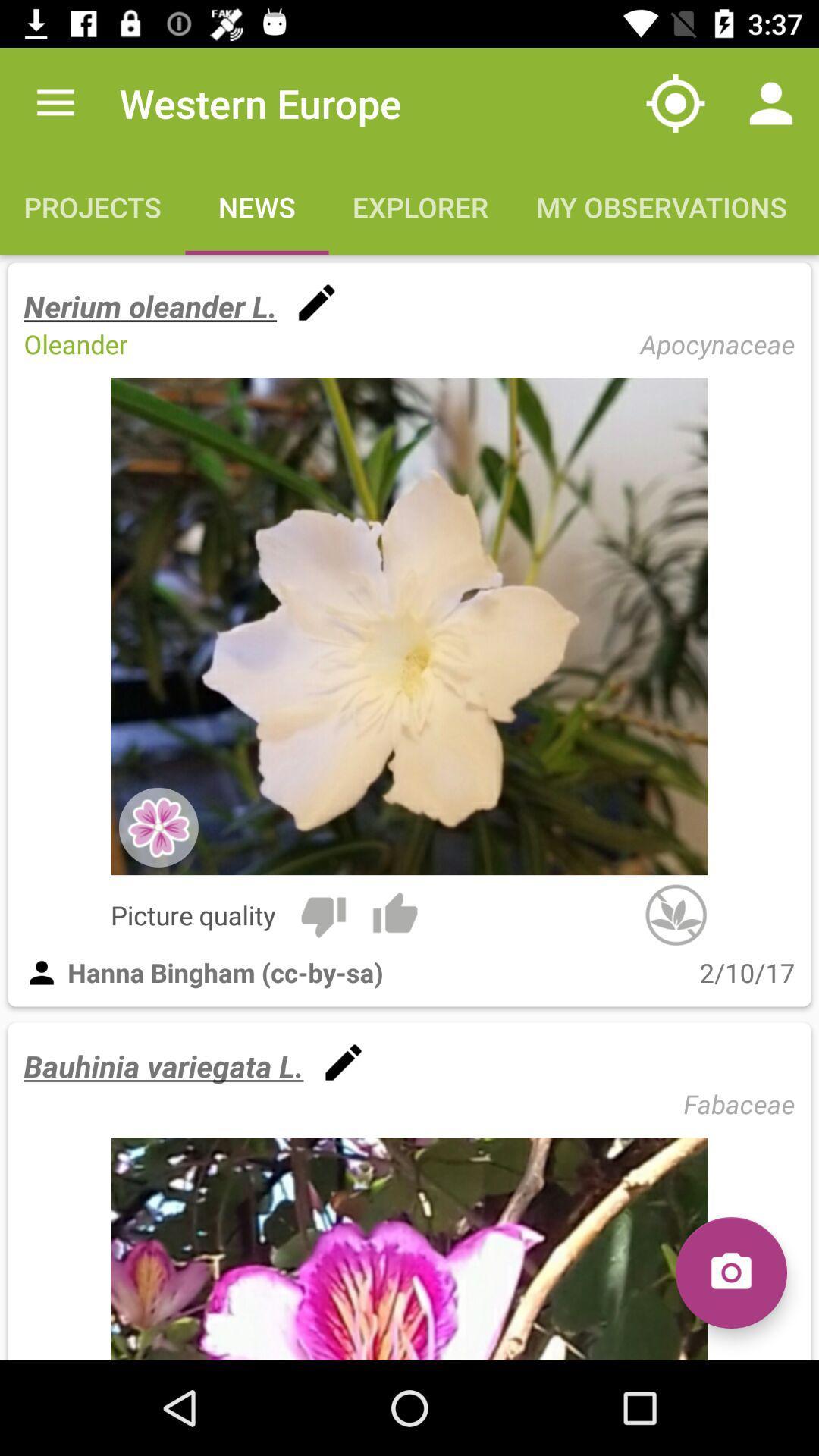 This screenshot has height=1456, width=819. Describe the element at coordinates (675, 914) in the screenshot. I see `item on the right` at that location.